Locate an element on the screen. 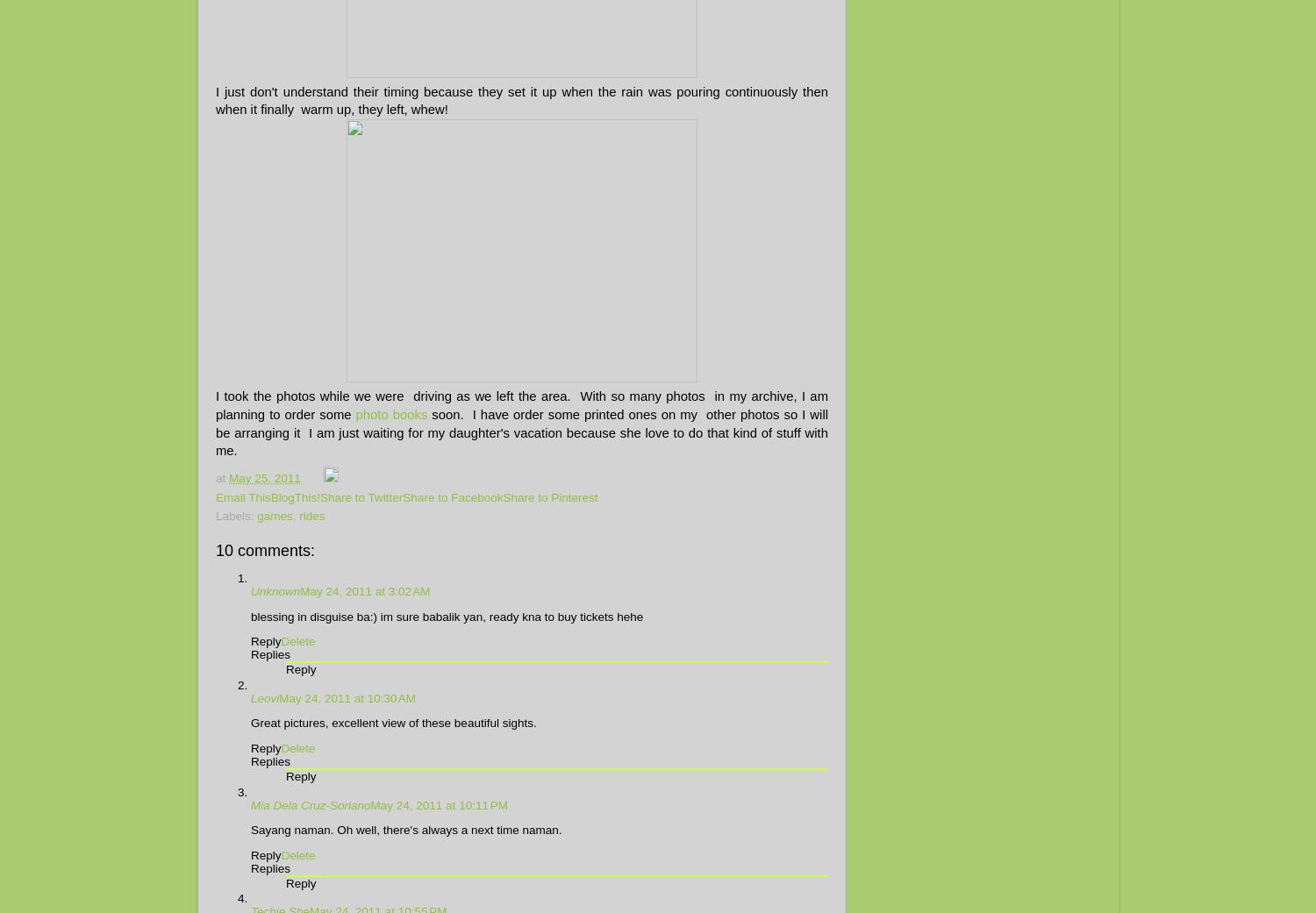 The height and width of the screenshot is (913, 1316). 'at' is located at coordinates (222, 477).